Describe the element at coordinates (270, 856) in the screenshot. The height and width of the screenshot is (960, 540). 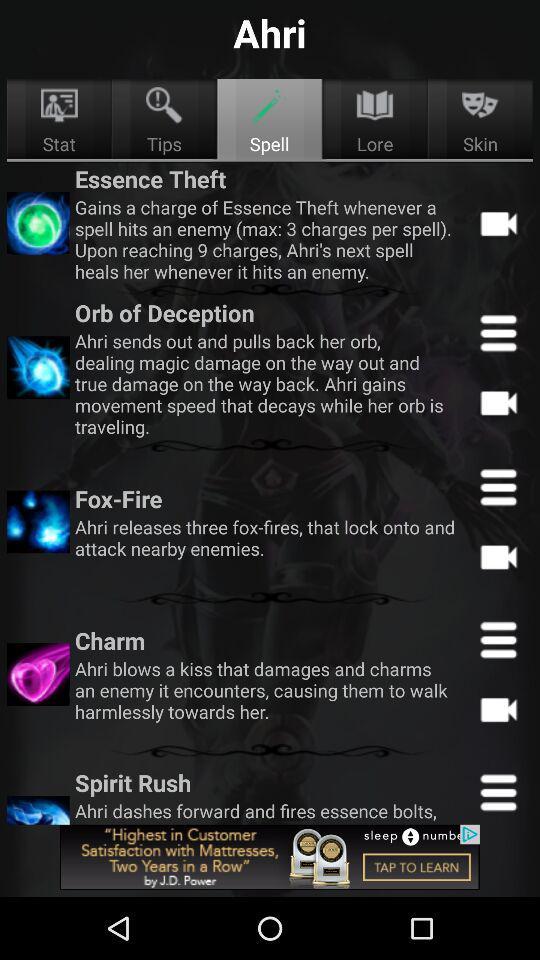
I see `the advertised website` at that location.